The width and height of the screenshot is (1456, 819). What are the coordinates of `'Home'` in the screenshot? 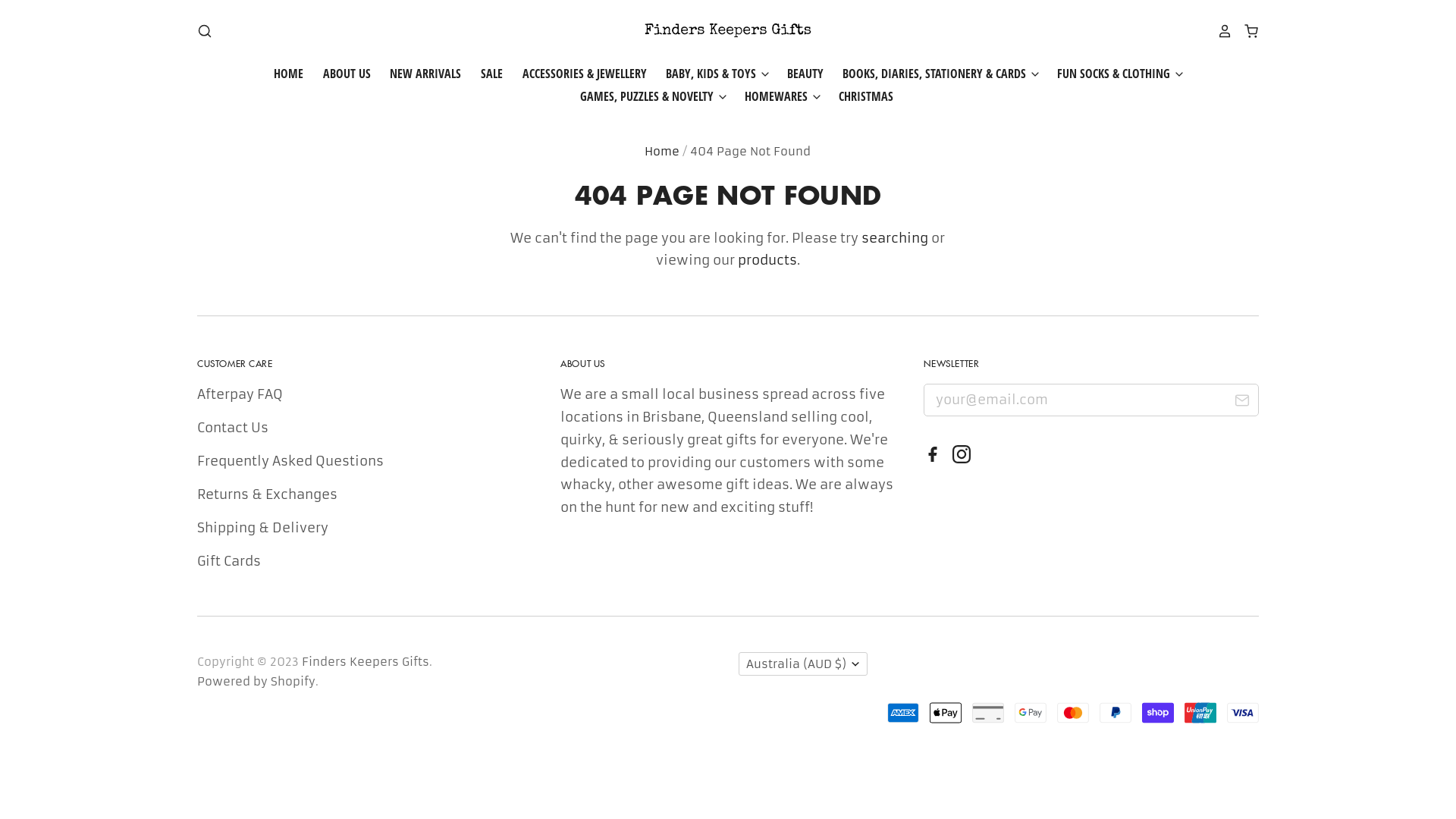 It's located at (662, 151).